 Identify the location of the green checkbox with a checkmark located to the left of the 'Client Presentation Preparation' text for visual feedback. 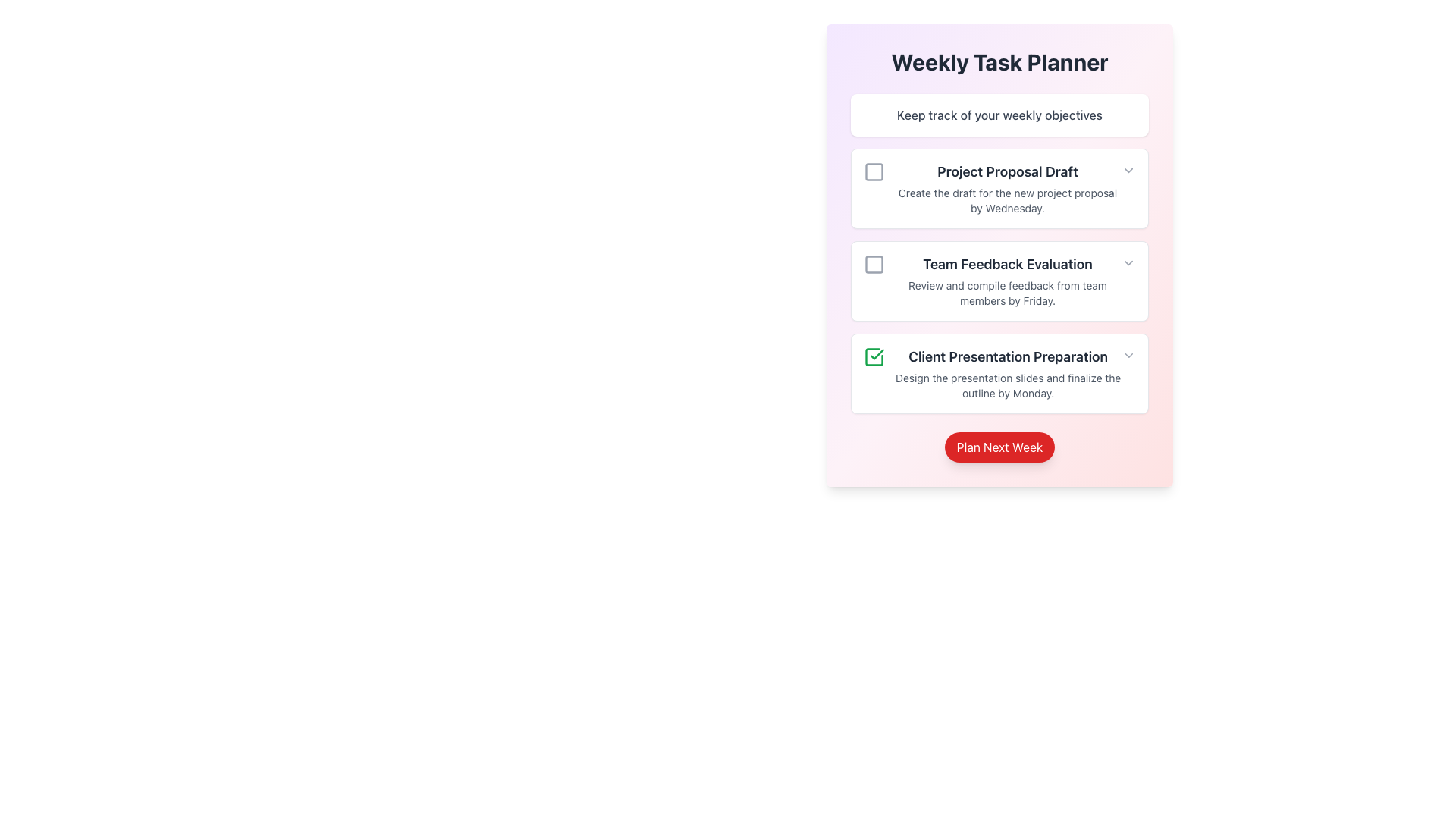
(874, 356).